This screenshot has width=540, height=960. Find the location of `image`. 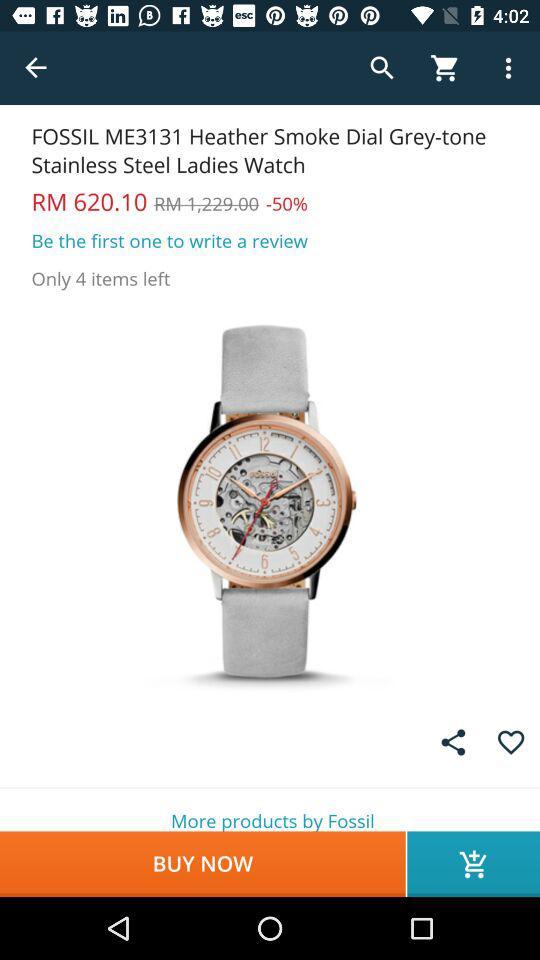

image is located at coordinates (270, 500).